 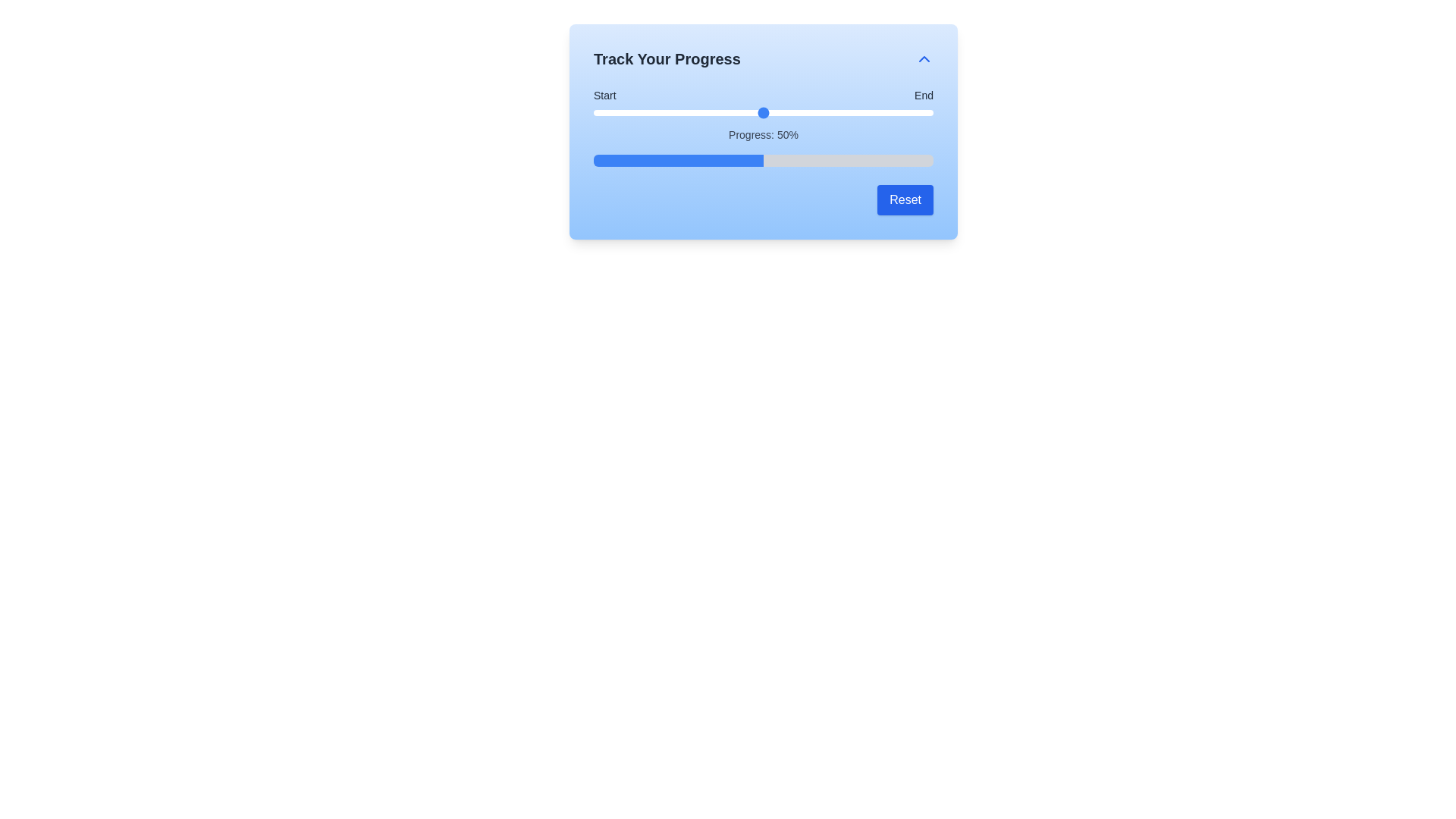 What do you see at coordinates (889, 112) in the screenshot?
I see `the slider to set the progress to 87%` at bounding box center [889, 112].